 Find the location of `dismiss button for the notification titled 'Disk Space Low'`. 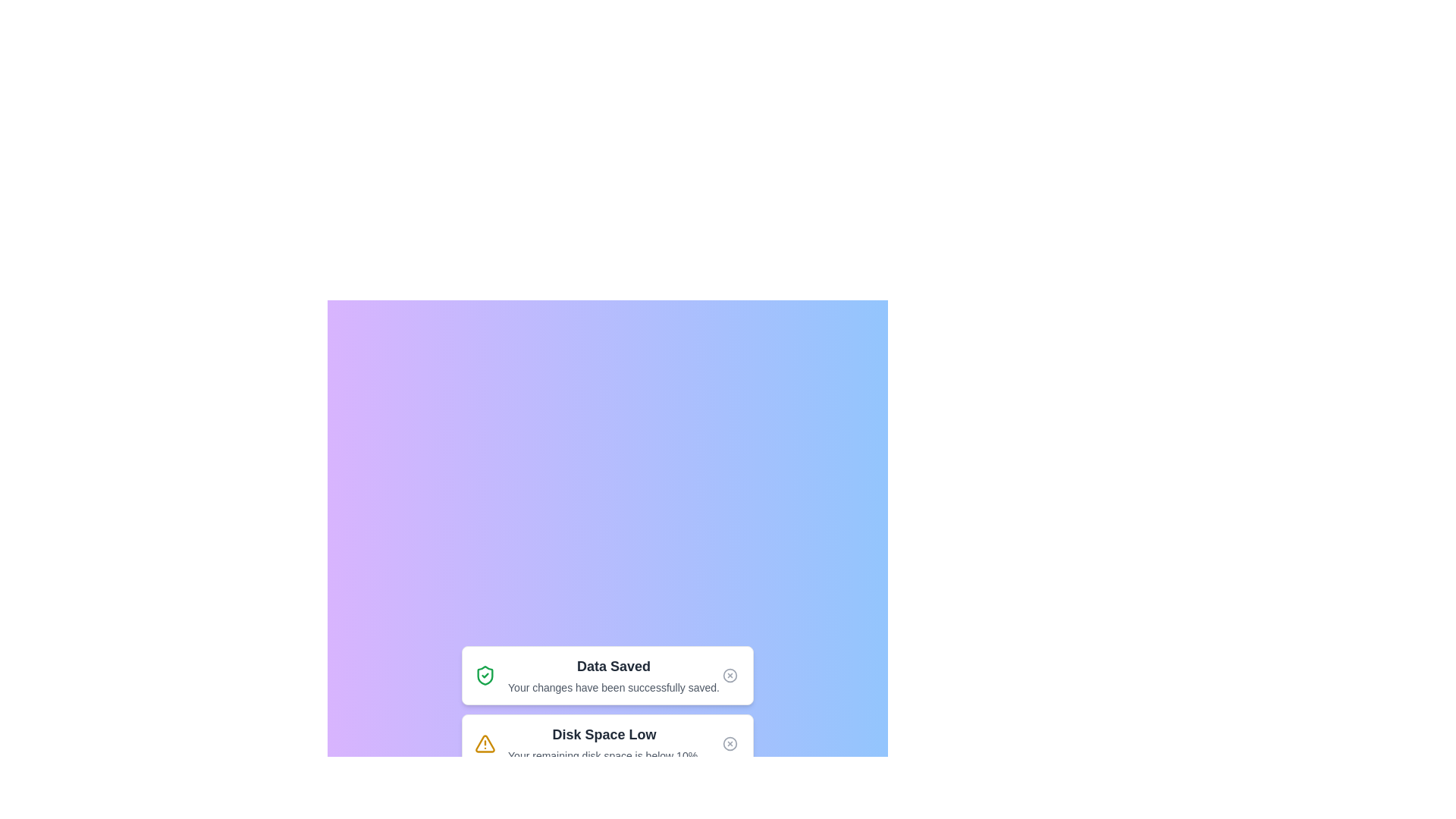

dismiss button for the notification titled 'Disk Space Low' is located at coordinates (730, 742).